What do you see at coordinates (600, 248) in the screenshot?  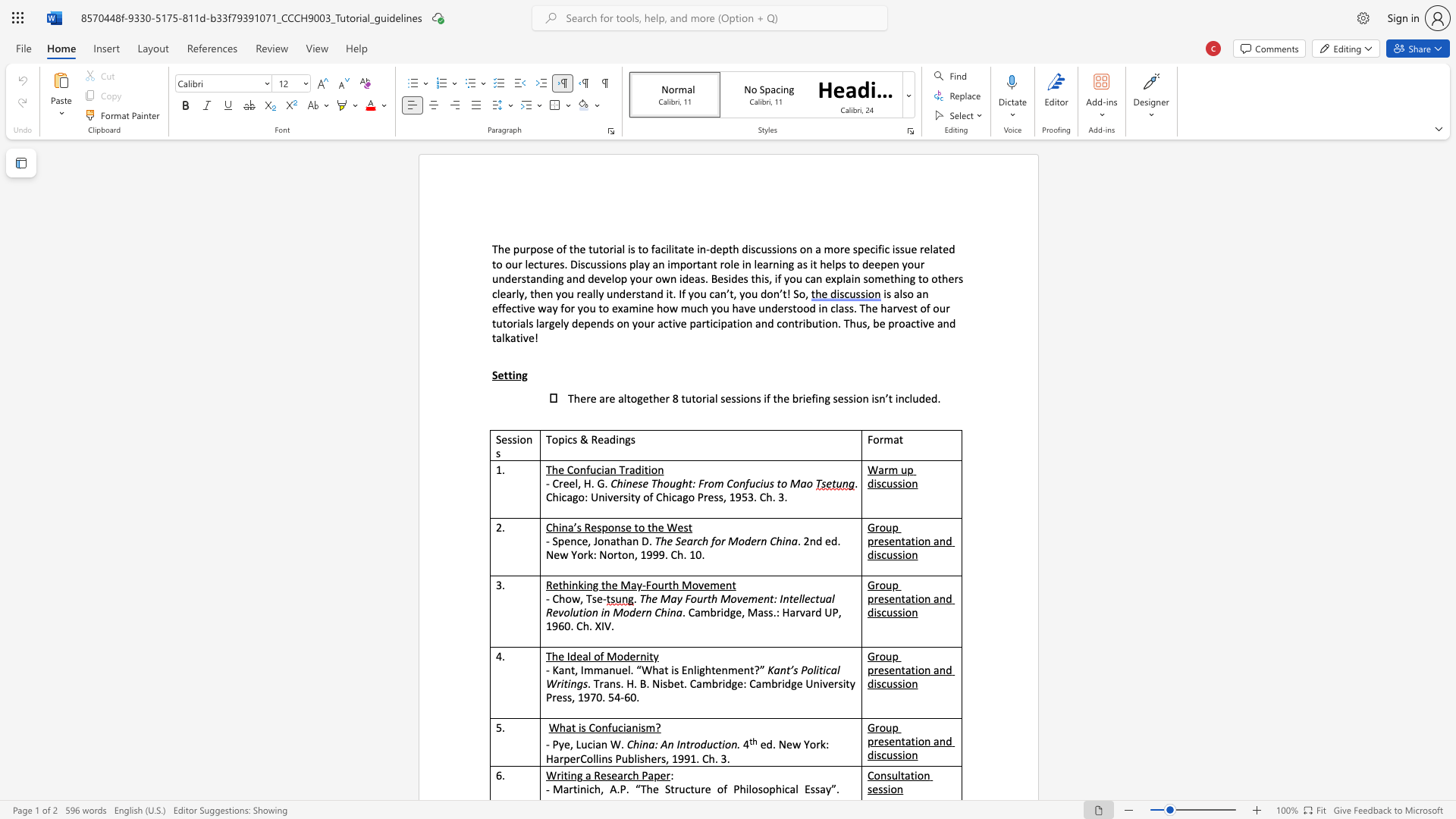 I see `the 3th character "t" in the text` at bounding box center [600, 248].